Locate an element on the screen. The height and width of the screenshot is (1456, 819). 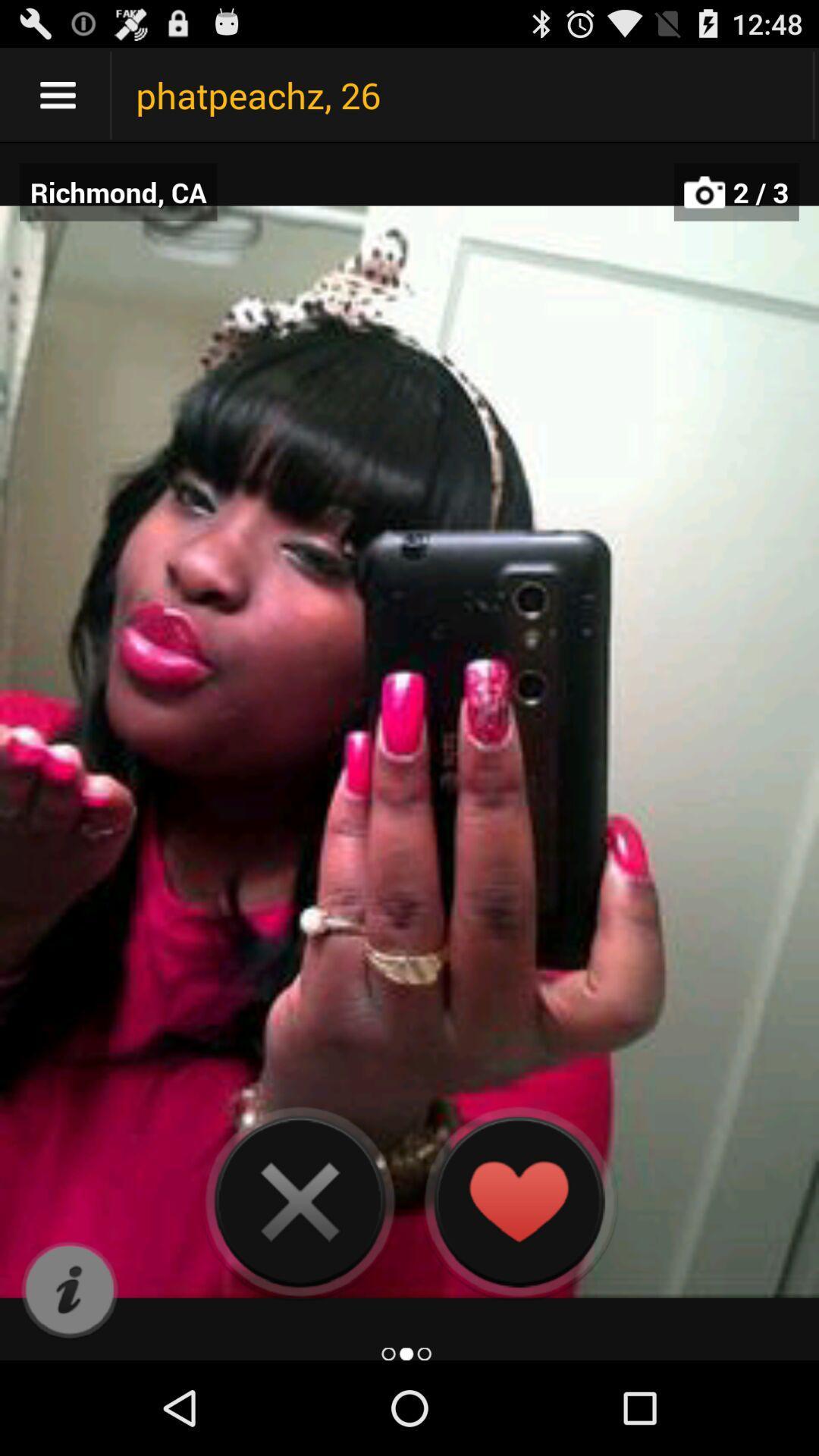
like is located at coordinates (517, 1200).